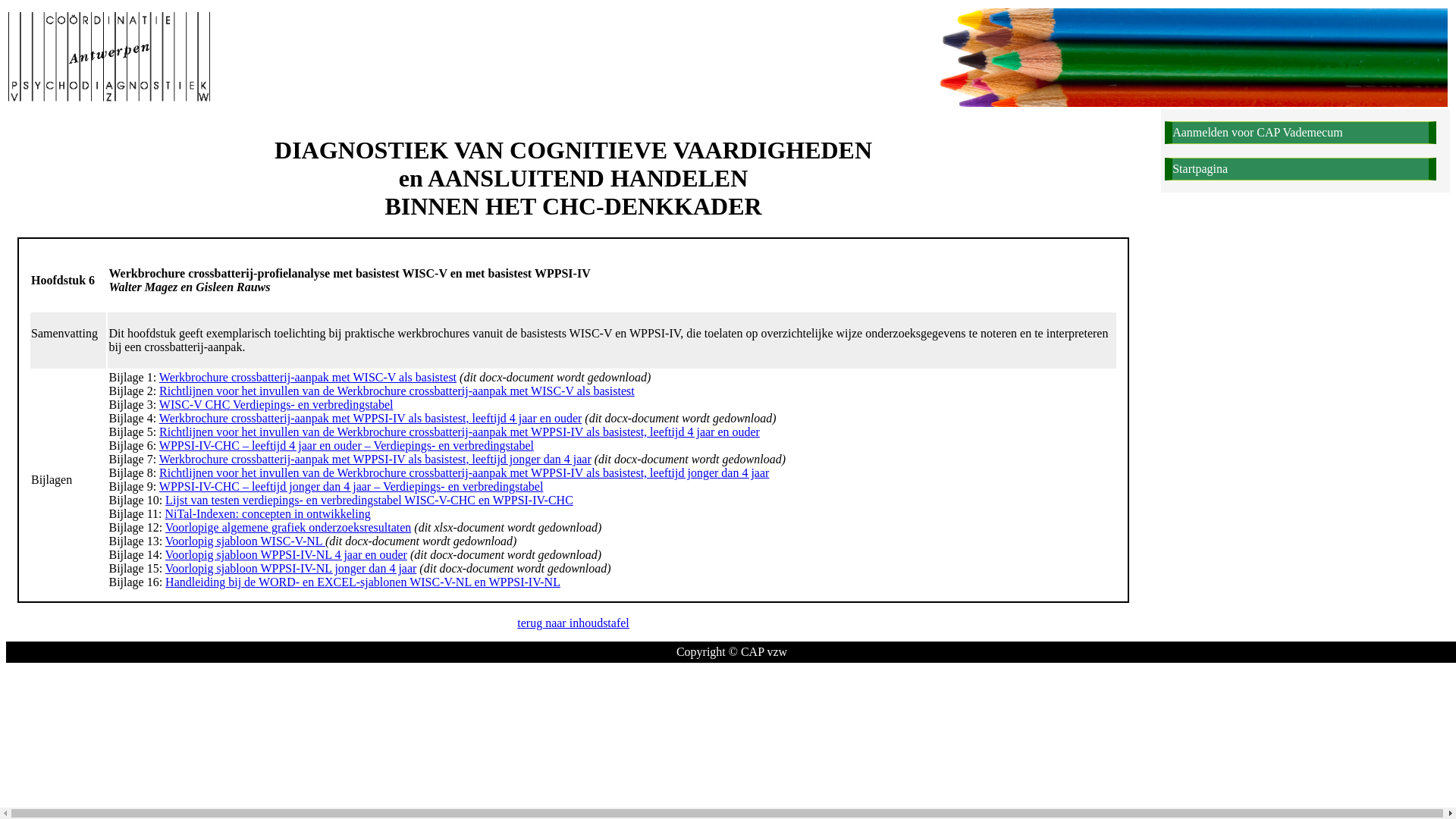  I want to click on 'Aanmelden voor CAP Vademecum', so click(1164, 131).